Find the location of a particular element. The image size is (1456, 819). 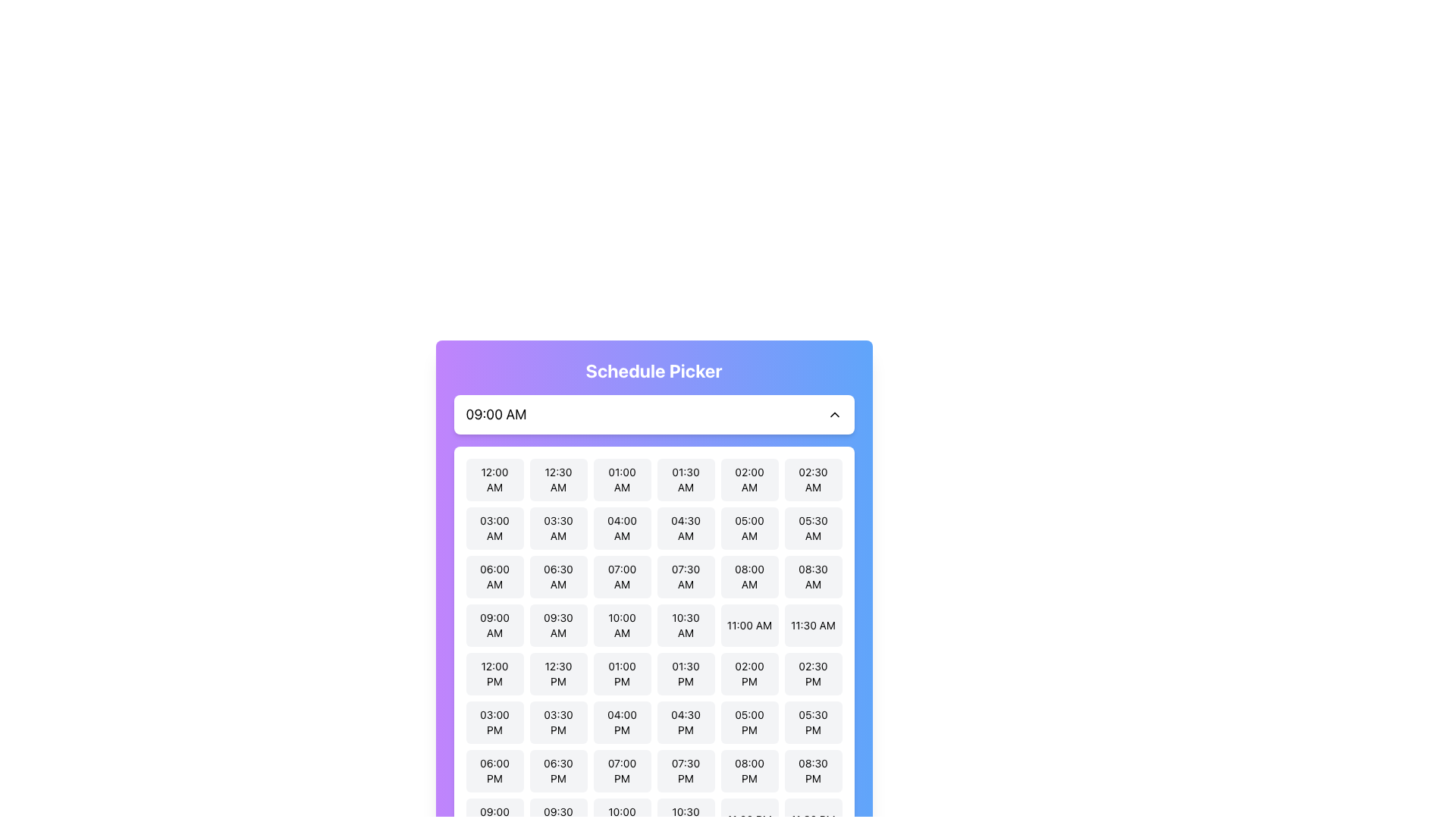

the selectable time option button labeled '06:00 AM' in the schedule picker is located at coordinates (494, 576).